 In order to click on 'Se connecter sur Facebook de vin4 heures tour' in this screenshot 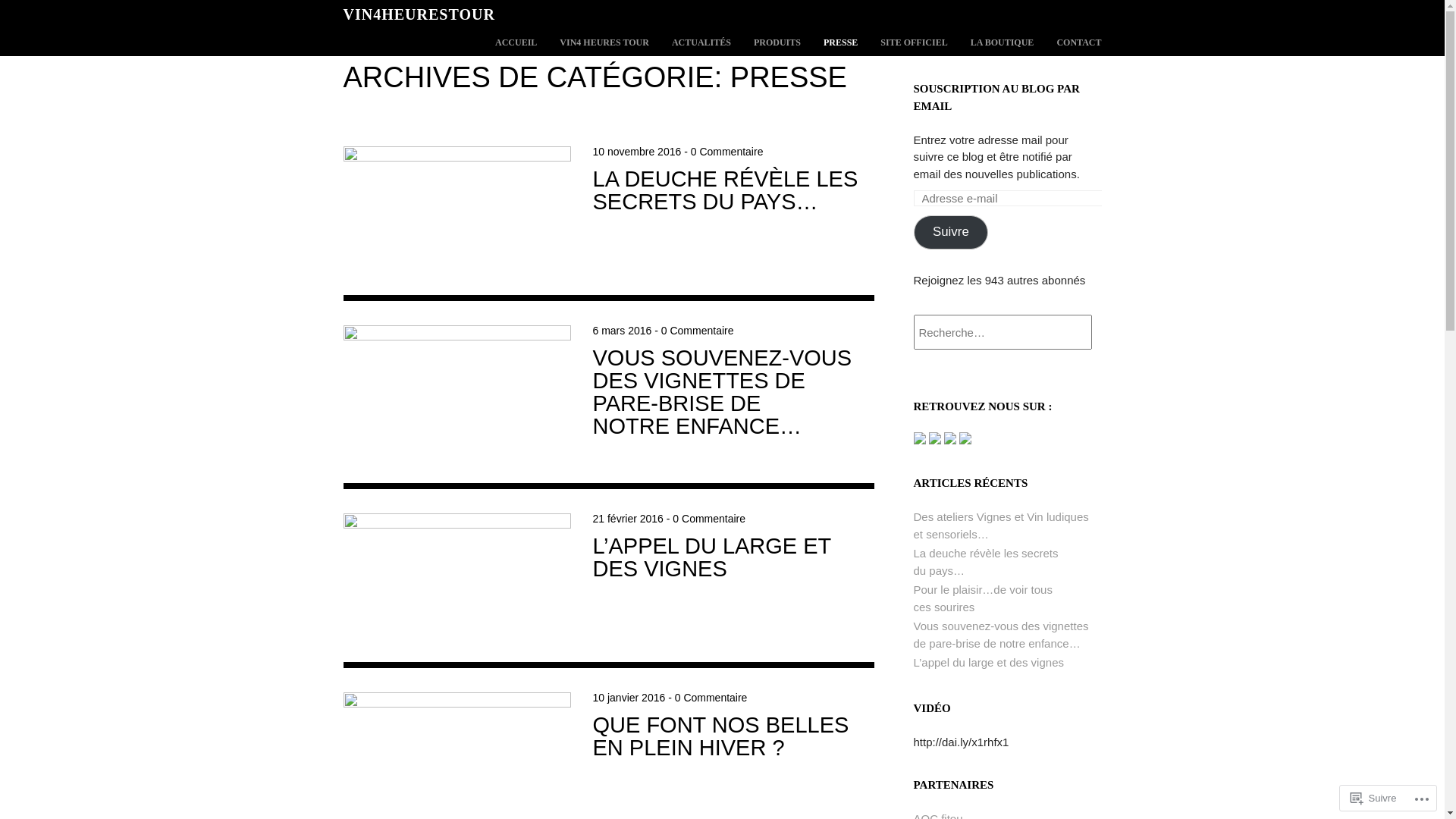, I will do `click(920, 440)`.